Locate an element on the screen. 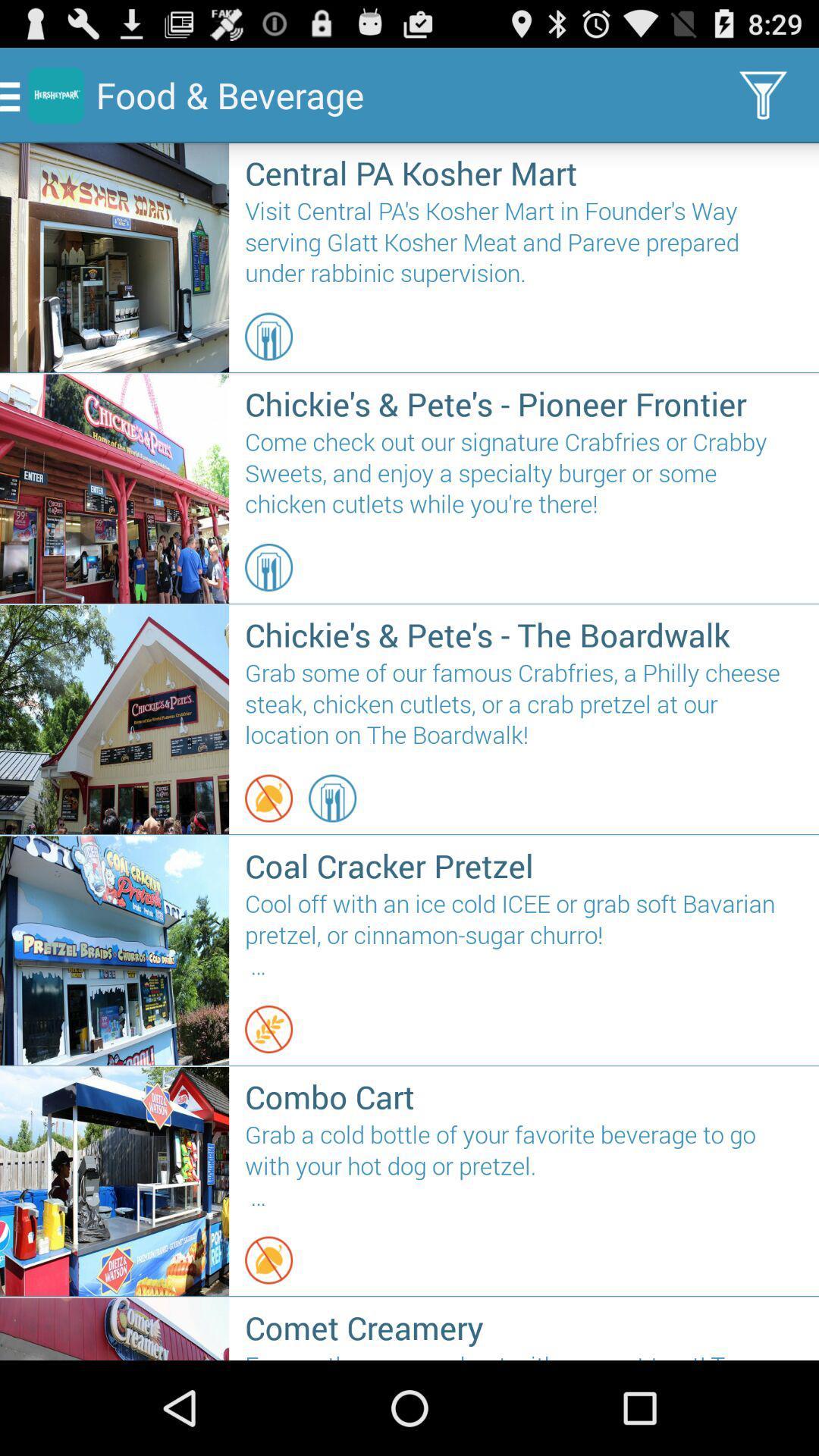  comet creamery icon is located at coordinates (523, 1326).